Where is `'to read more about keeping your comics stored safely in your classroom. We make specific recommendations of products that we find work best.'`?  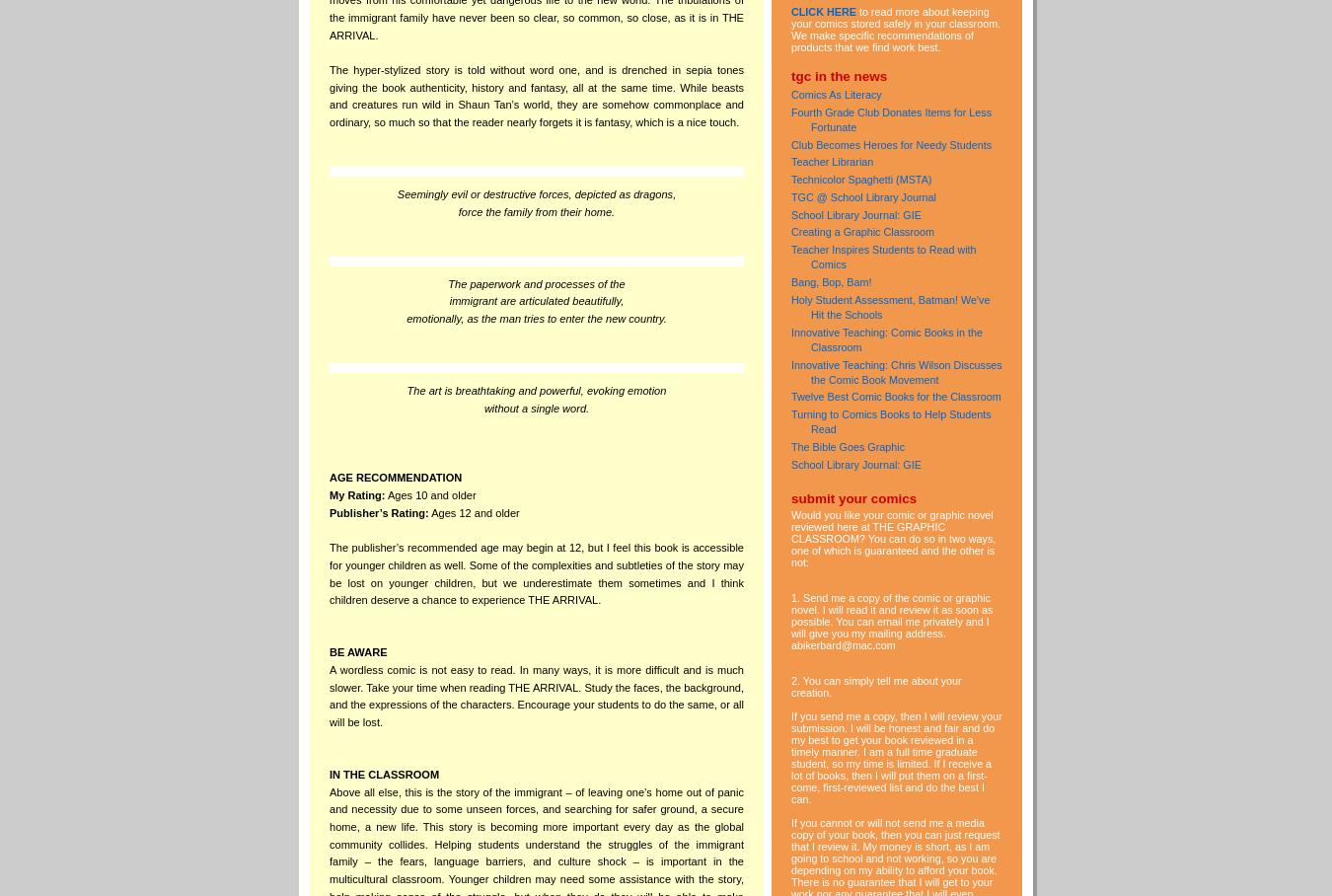
'to read more about keeping your comics stored safely in your classroom. We make specific recommendations of products that we find work best.' is located at coordinates (895, 28).